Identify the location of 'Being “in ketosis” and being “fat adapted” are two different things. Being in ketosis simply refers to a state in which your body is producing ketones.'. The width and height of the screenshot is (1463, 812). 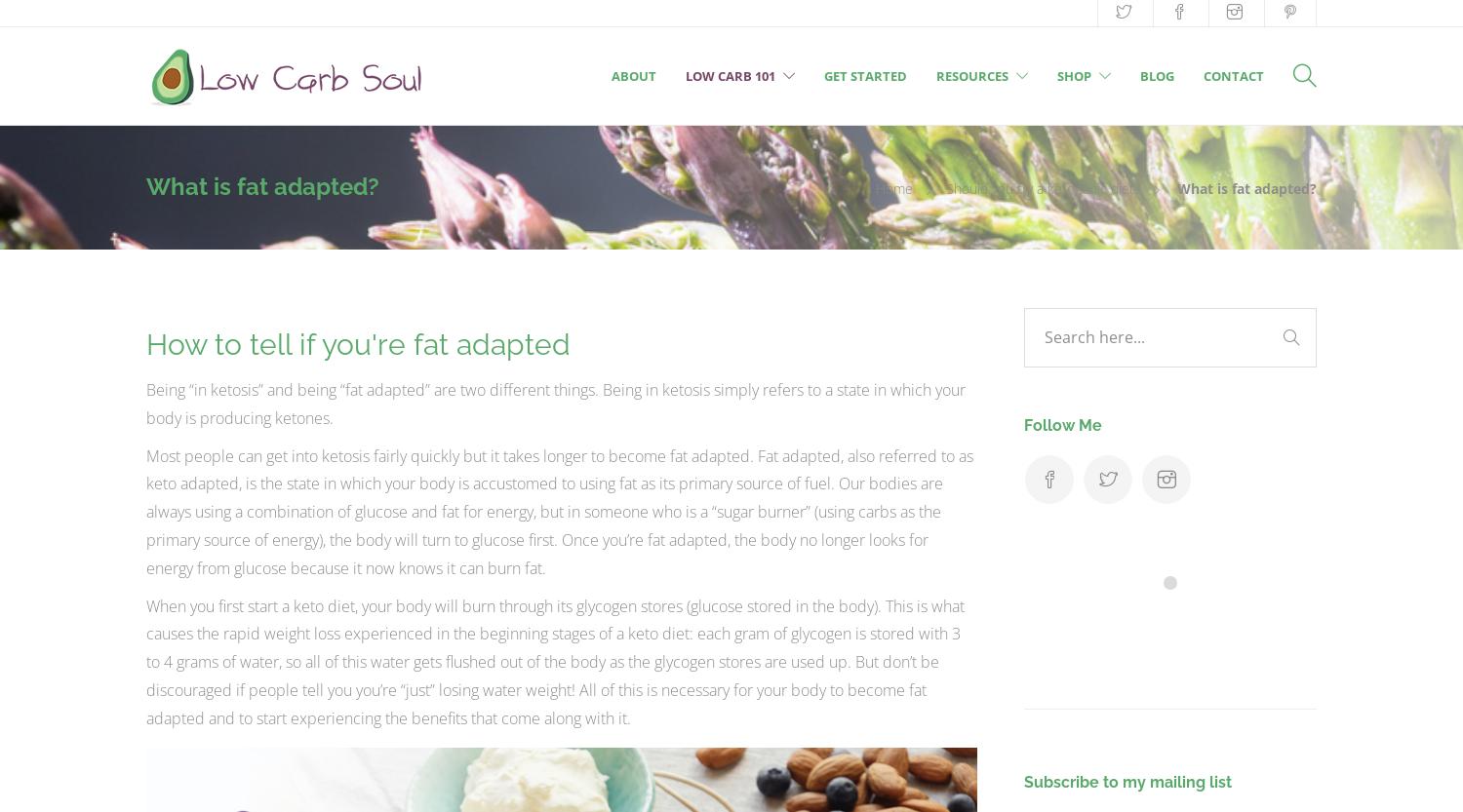
(555, 404).